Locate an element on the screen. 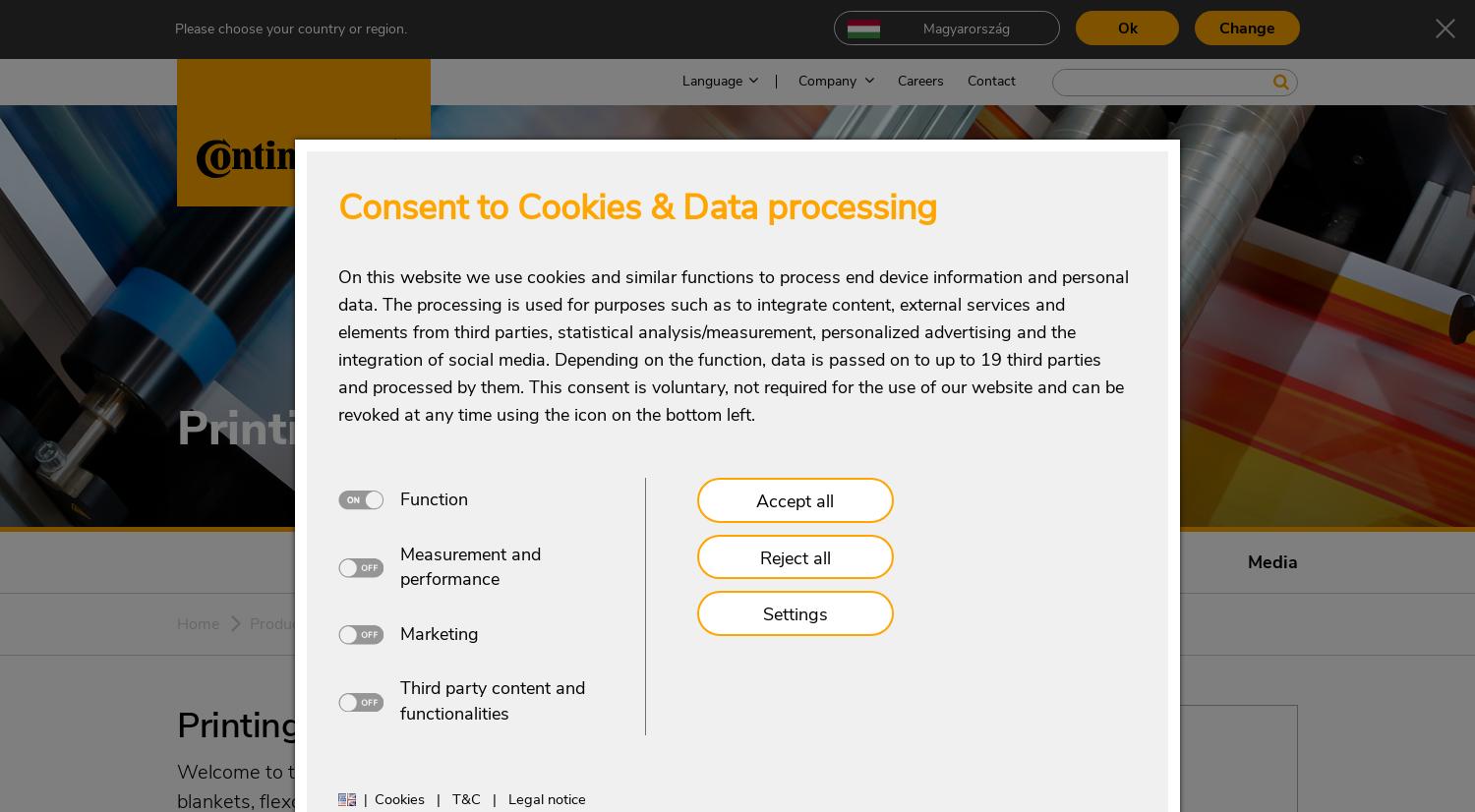 This screenshot has height=812, width=1475. 'Got Questions?' is located at coordinates (959, 733).